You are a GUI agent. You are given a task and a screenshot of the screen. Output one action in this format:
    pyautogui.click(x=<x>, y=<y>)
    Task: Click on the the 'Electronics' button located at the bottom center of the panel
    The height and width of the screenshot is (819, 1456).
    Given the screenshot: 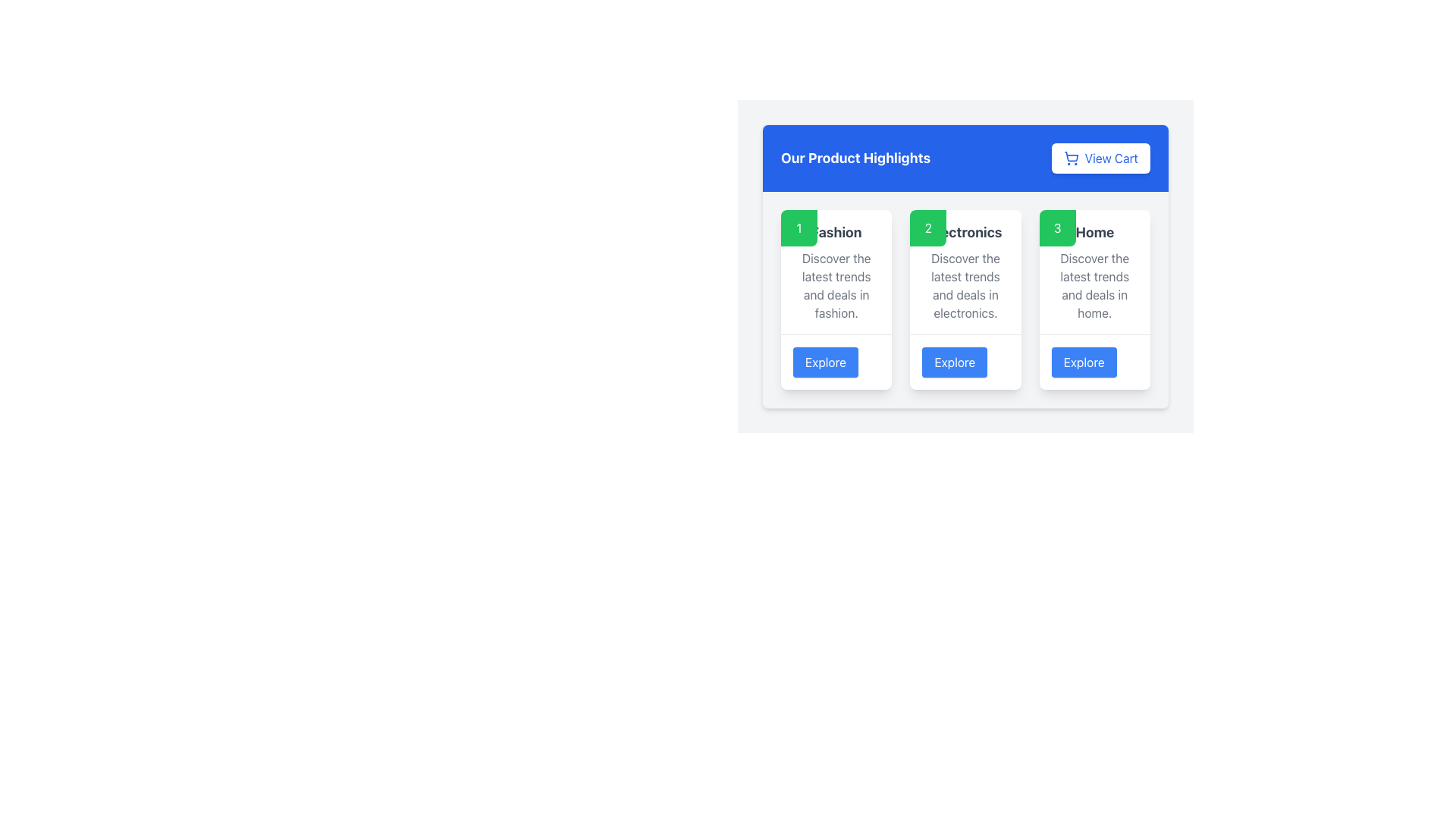 What is the action you would take?
    pyautogui.click(x=954, y=362)
    